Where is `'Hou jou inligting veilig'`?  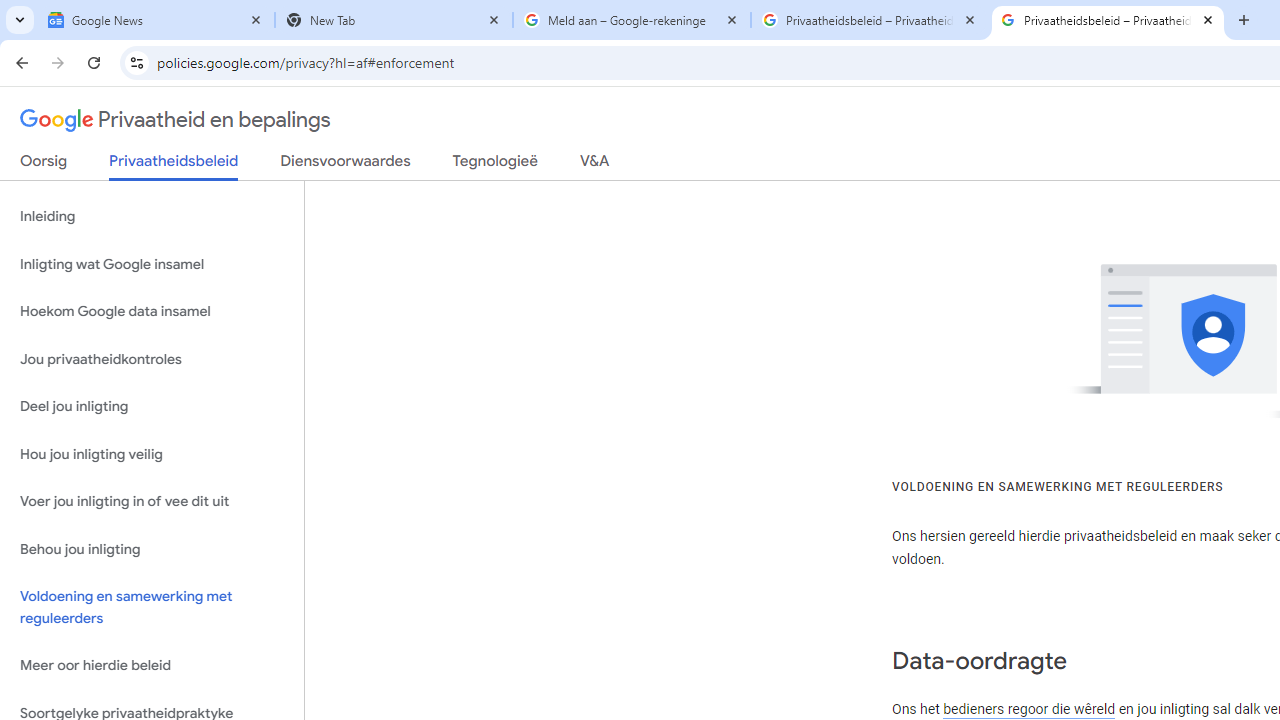 'Hou jou inligting veilig' is located at coordinates (151, 454).